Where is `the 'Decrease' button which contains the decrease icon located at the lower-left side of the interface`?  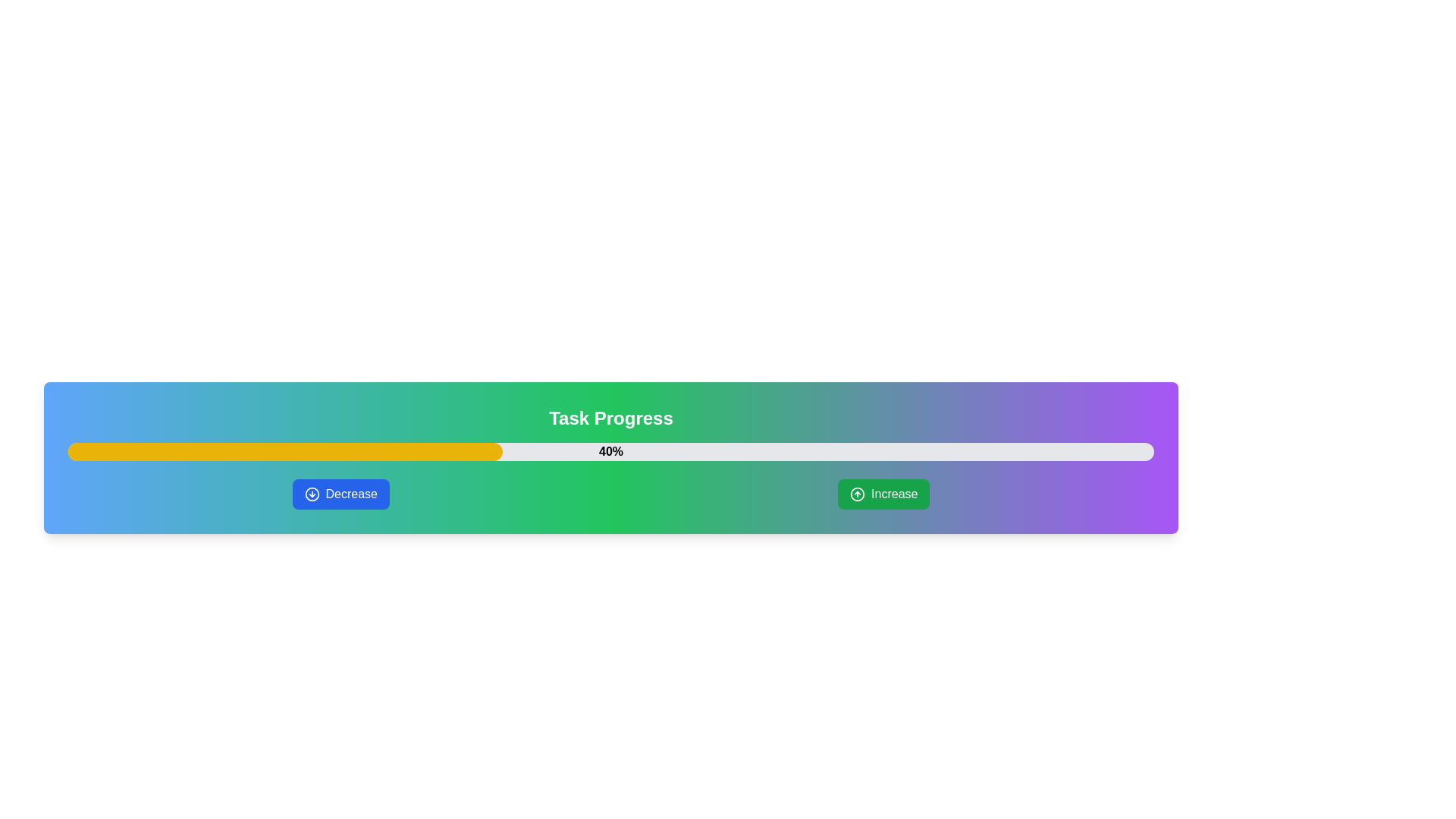 the 'Decrease' button which contains the decrease icon located at the lower-left side of the interface is located at coordinates (311, 494).